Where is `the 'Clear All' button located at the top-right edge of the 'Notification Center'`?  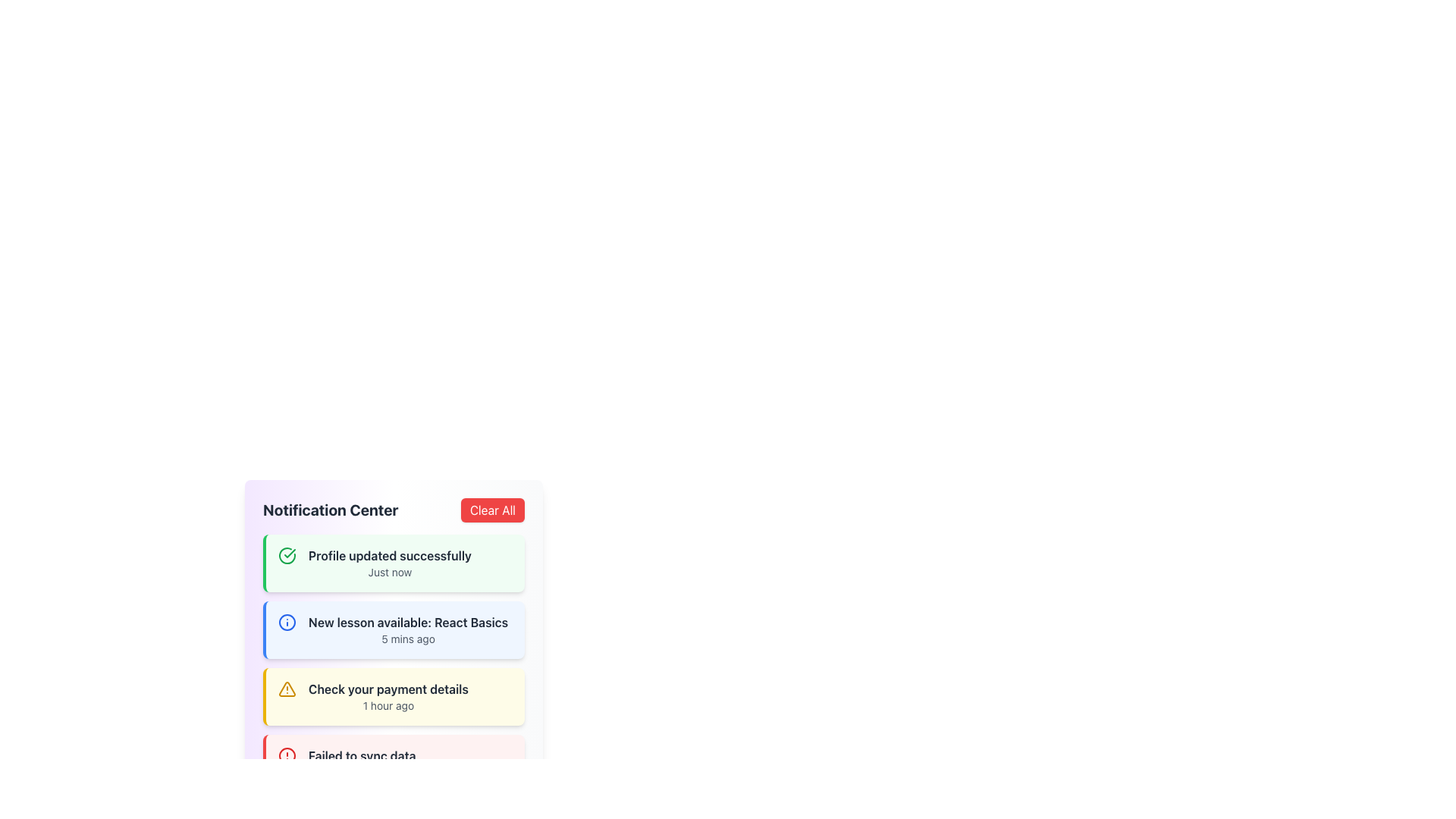 the 'Clear All' button located at the top-right edge of the 'Notification Center' is located at coordinates (492, 510).